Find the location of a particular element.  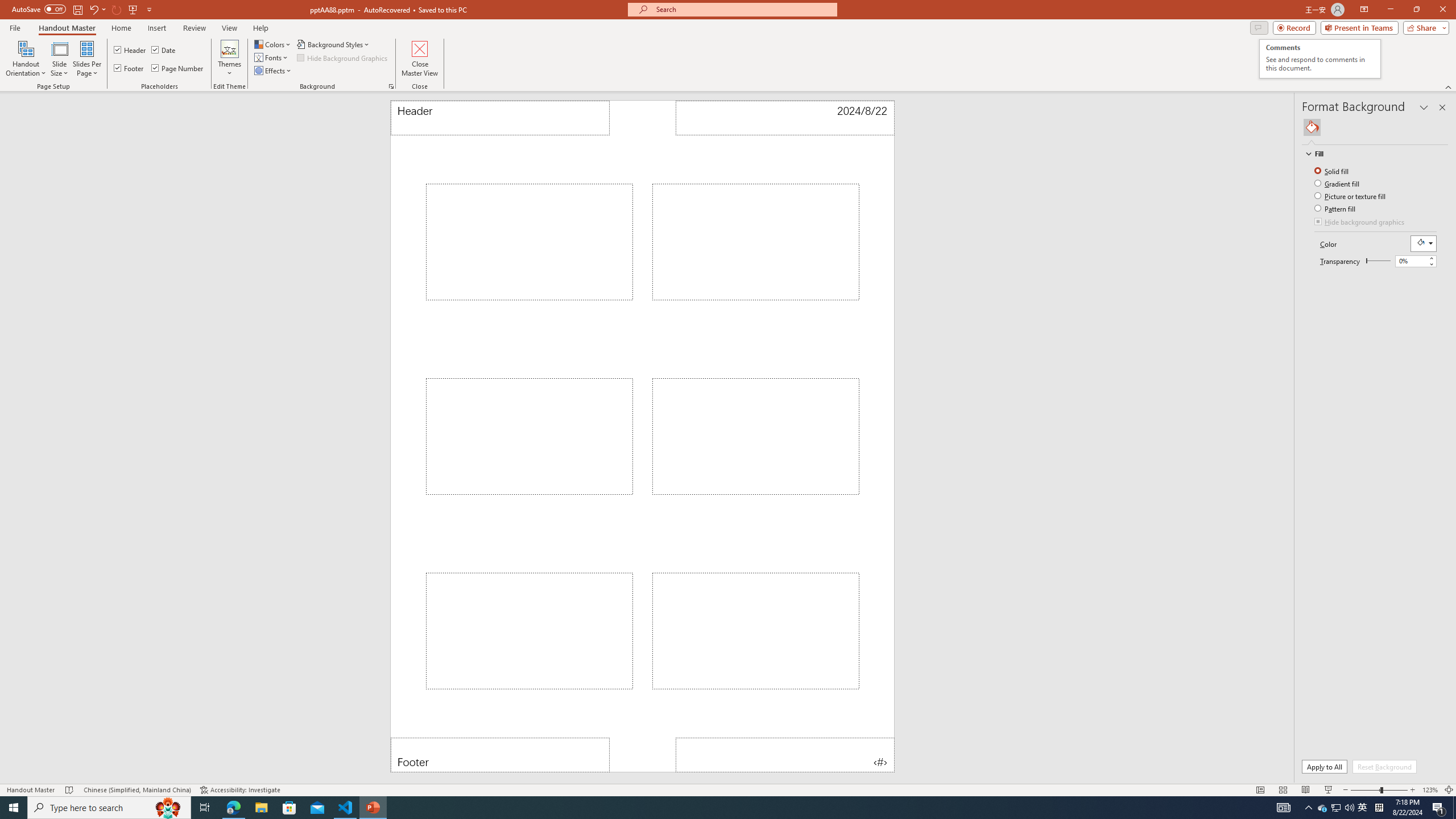

'Fill Color RGB(255, 255, 255)' is located at coordinates (1423, 243).